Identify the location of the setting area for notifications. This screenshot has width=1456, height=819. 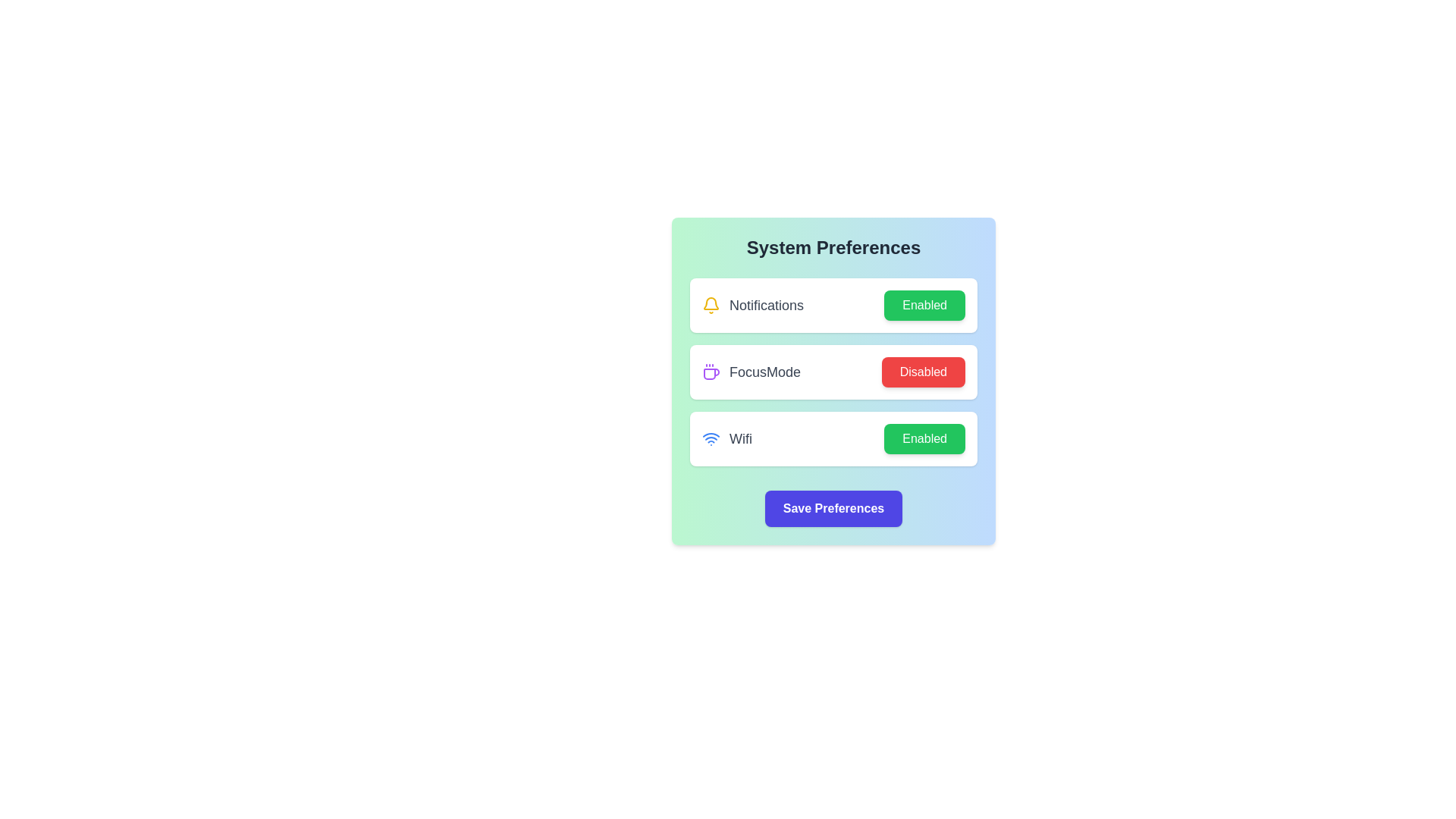
(833, 305).